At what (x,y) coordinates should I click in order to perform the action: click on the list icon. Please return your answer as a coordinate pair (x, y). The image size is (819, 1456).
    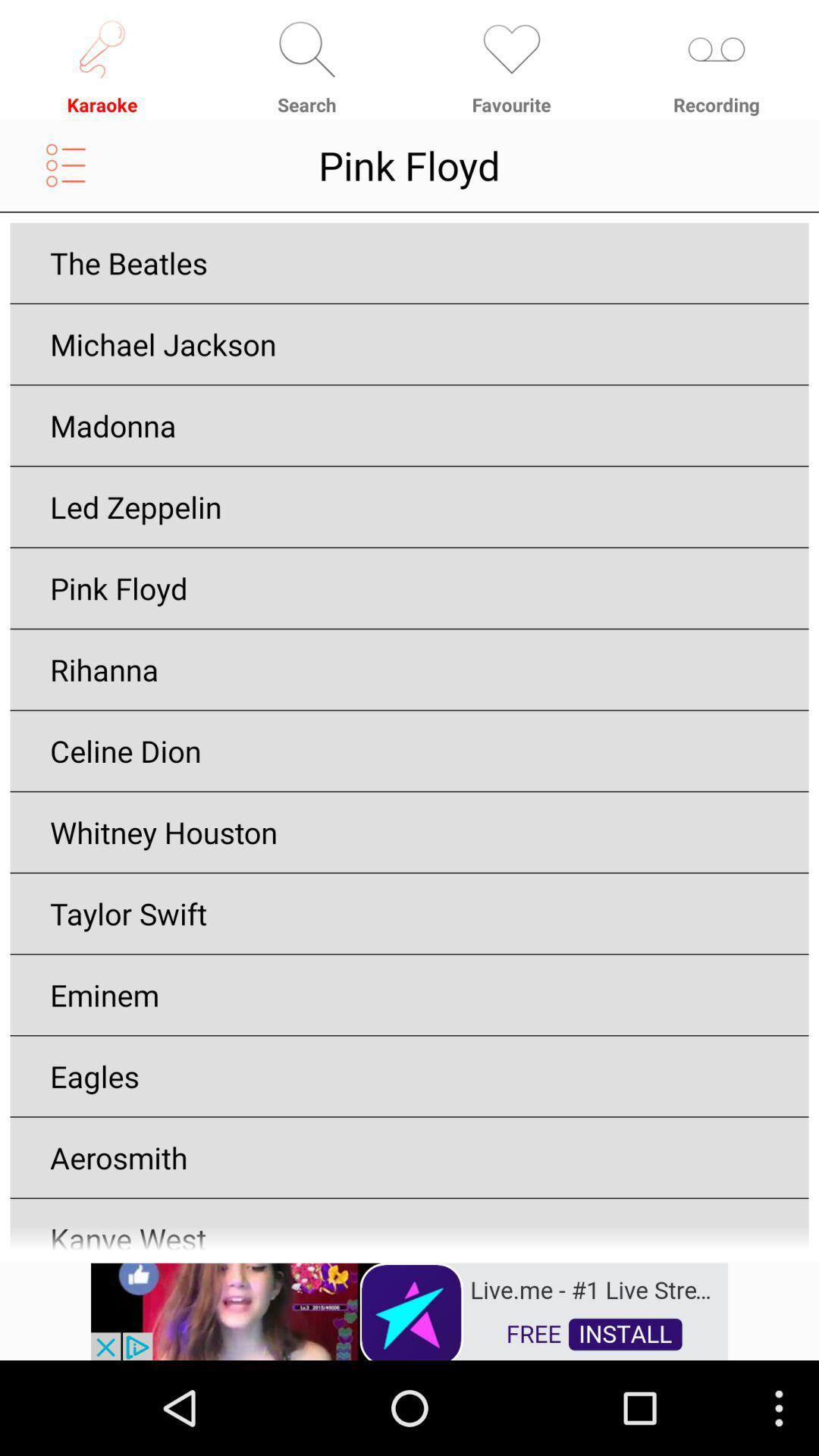
    Looking at the image, I should click on (65, 177).